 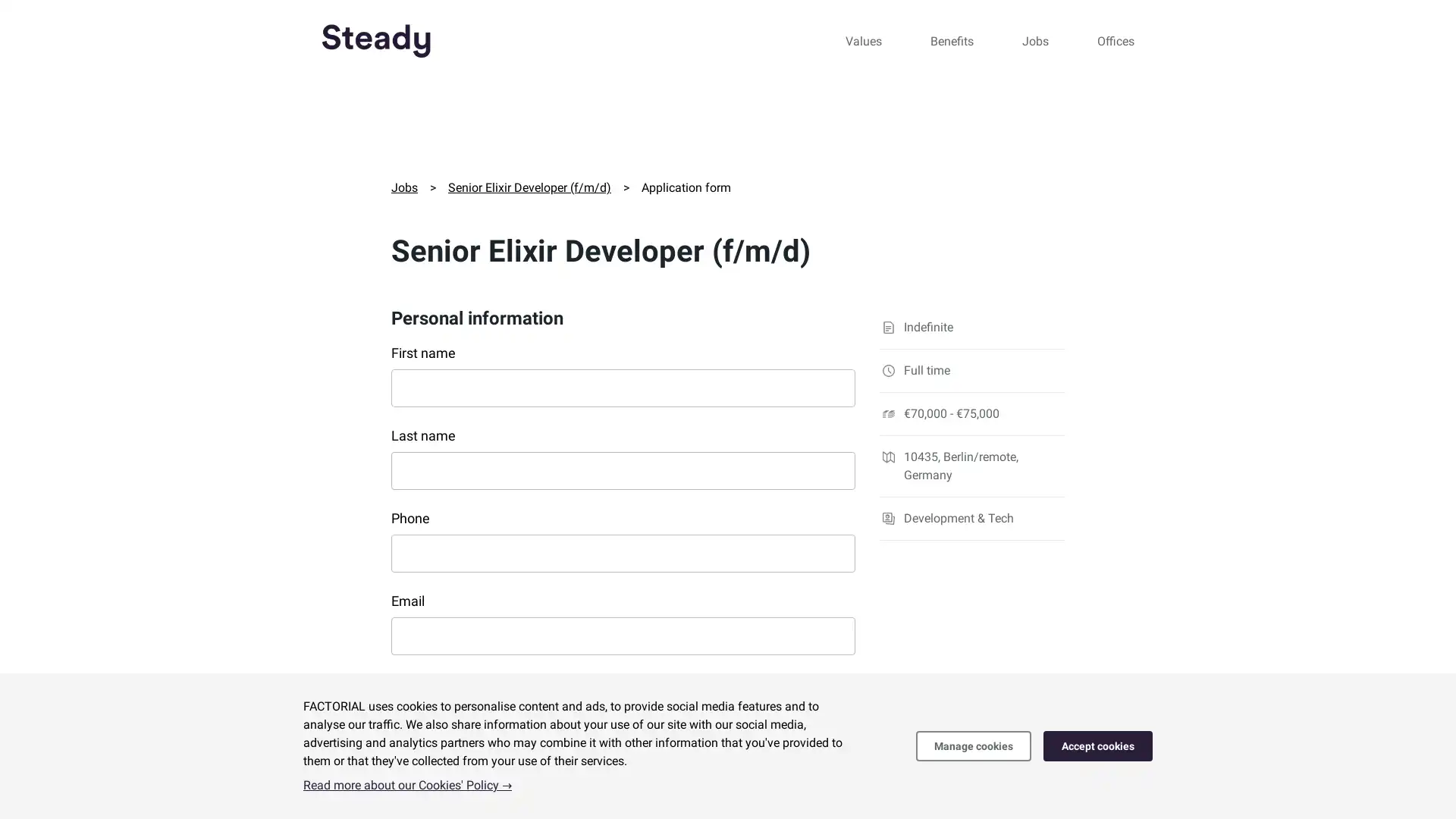 What do you see at coordinates (1098, 745) in the screenshot?
I see `Accept cookies` at bounding box center [1098, 745].